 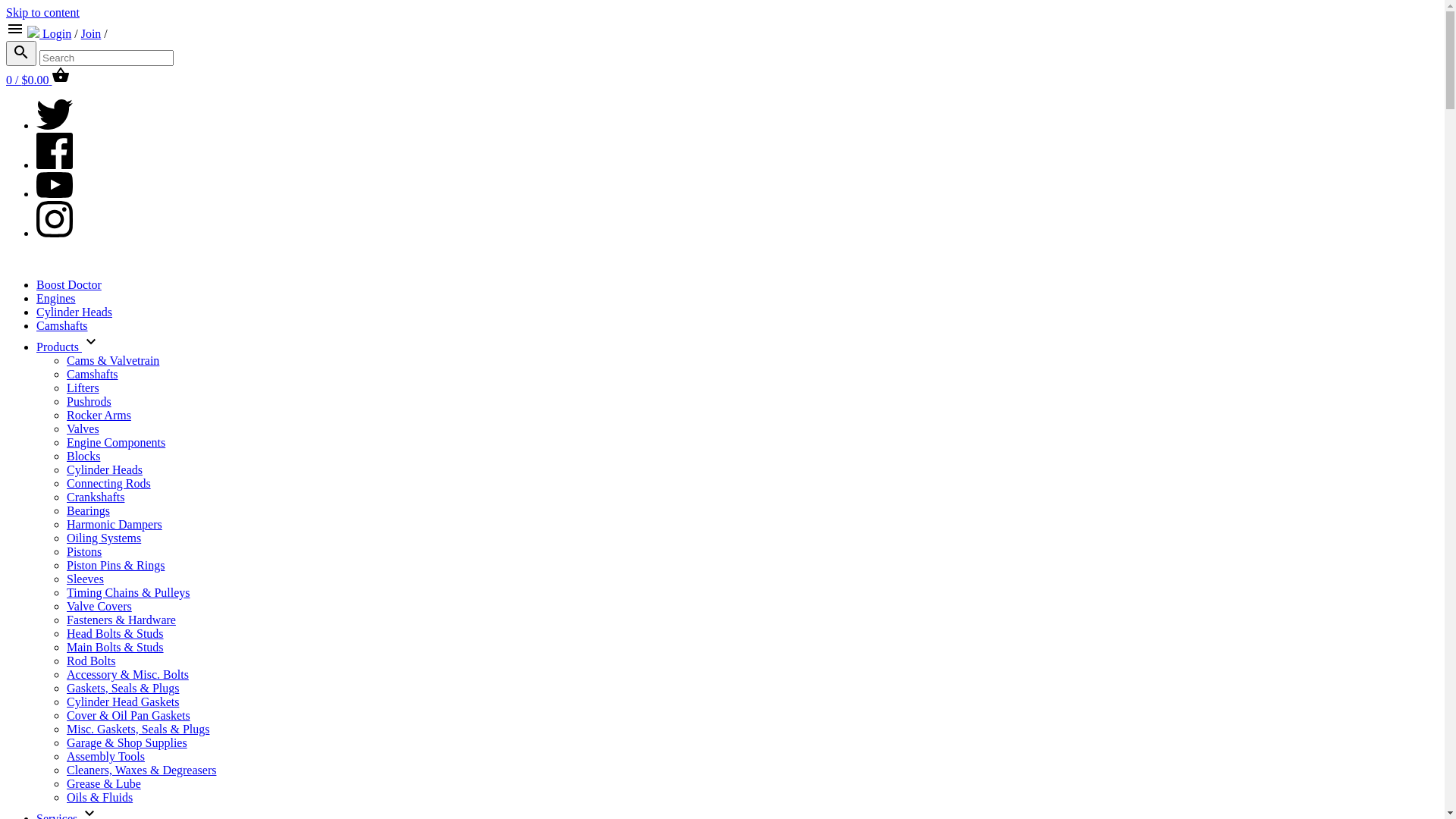 I want to click on 'Cylinder Heads', so click(x=73, y=311).